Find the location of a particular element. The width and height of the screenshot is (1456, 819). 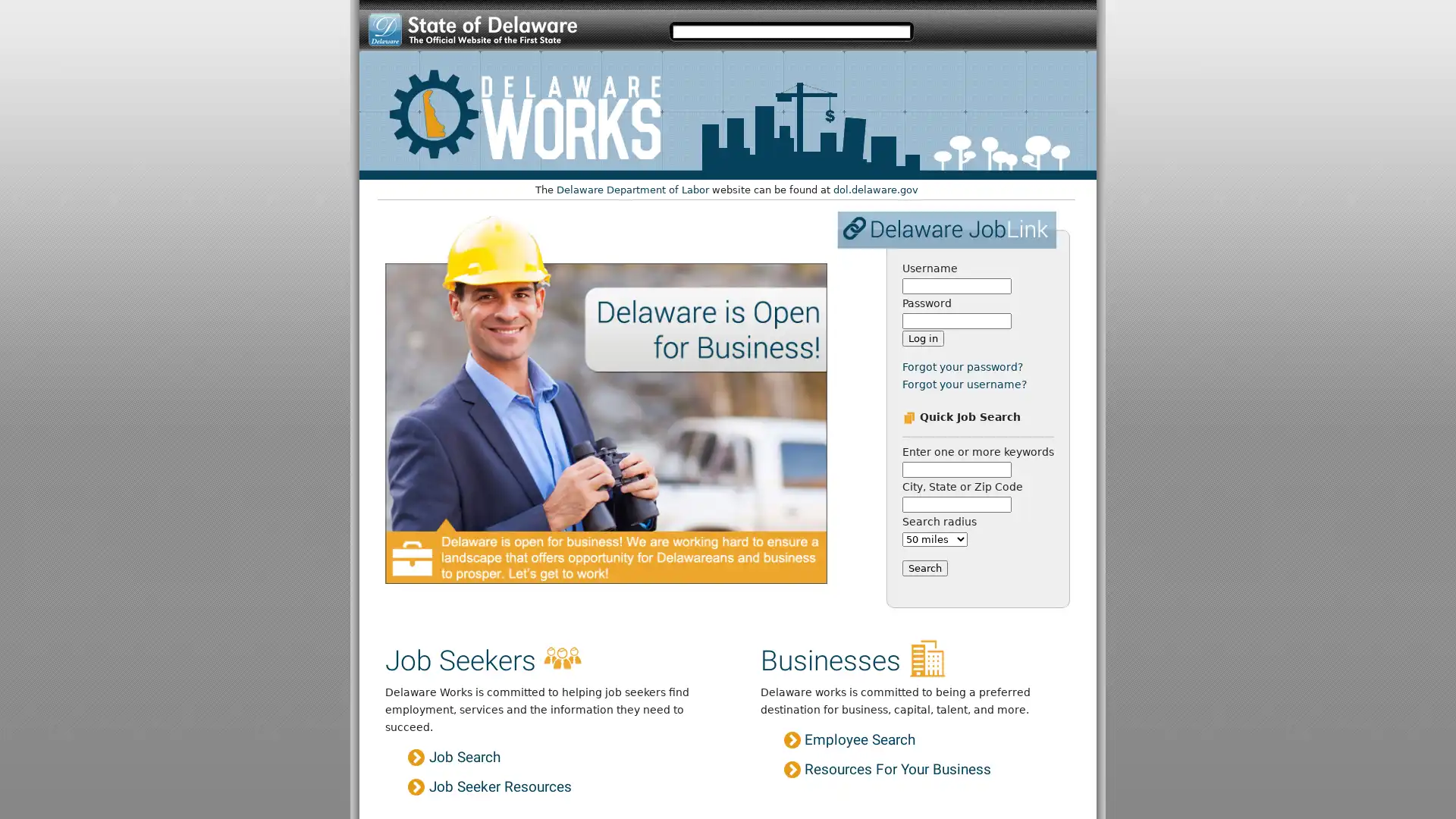

Search is located at coordinates (924, 567).